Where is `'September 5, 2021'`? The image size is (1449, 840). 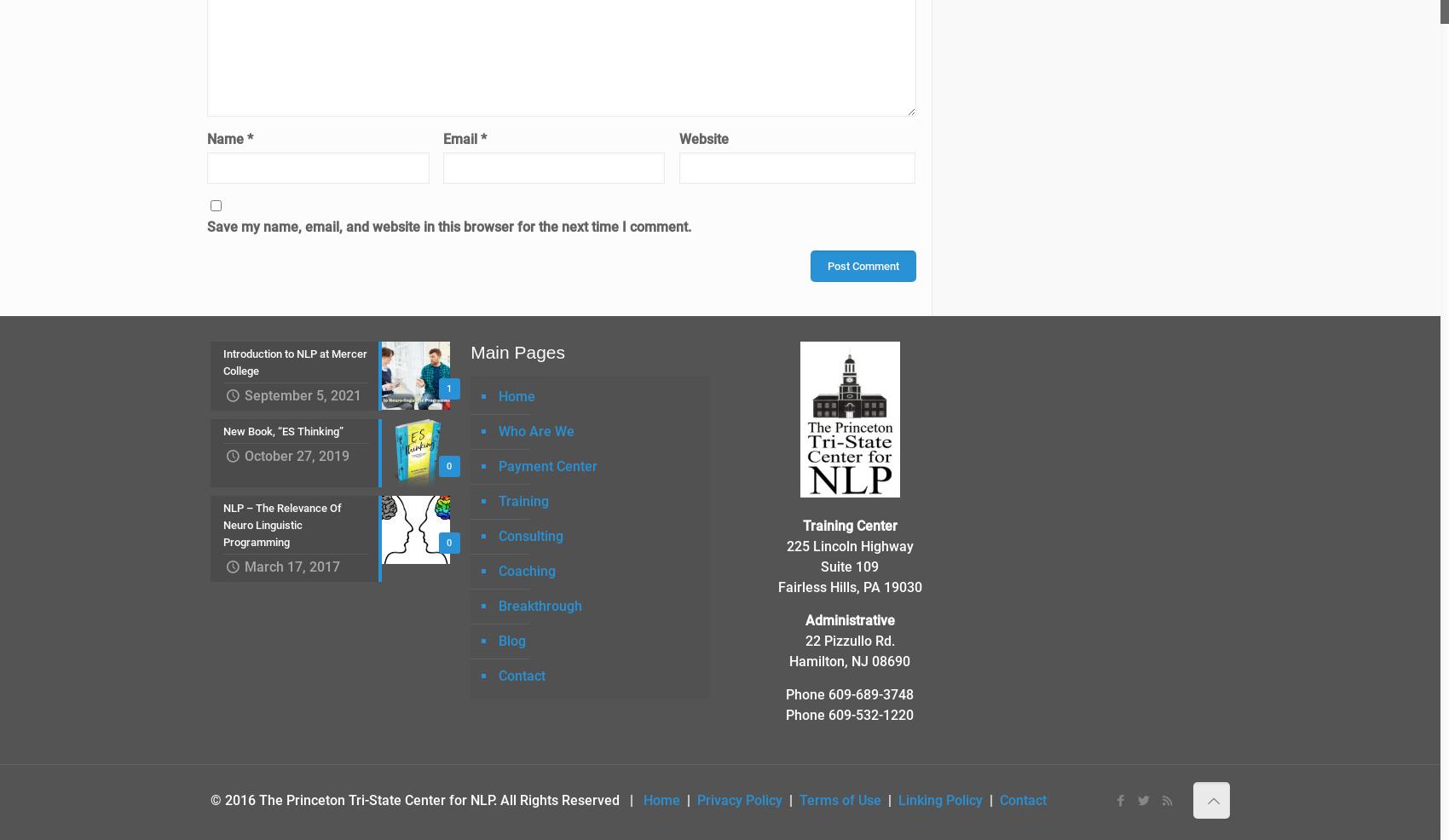
'September 5, 2021' is located at coordinates (301, 395).